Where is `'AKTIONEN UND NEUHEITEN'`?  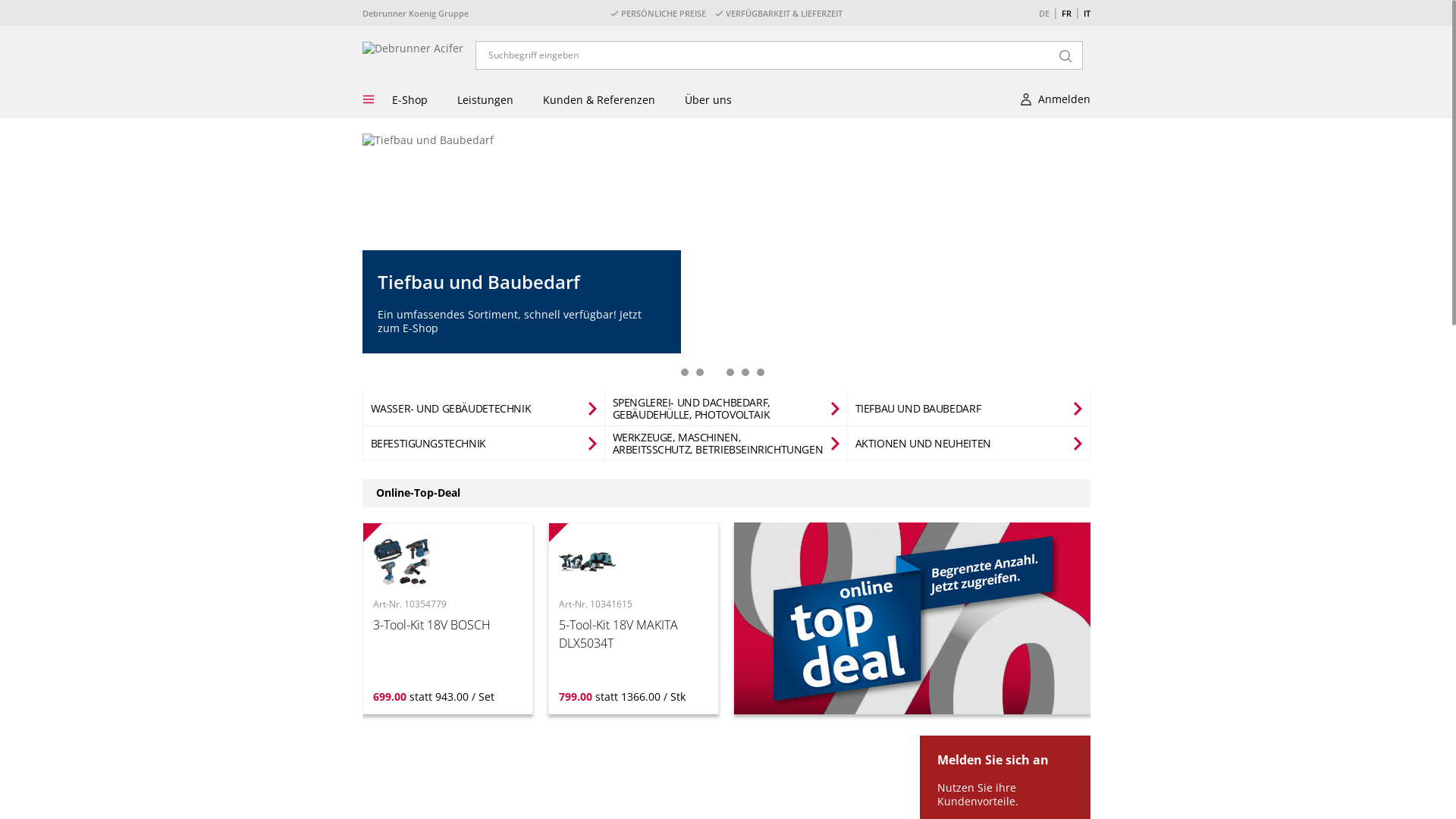
'AKTIONEN UND NEUHEITEN' is located at coordinates (930, 444).